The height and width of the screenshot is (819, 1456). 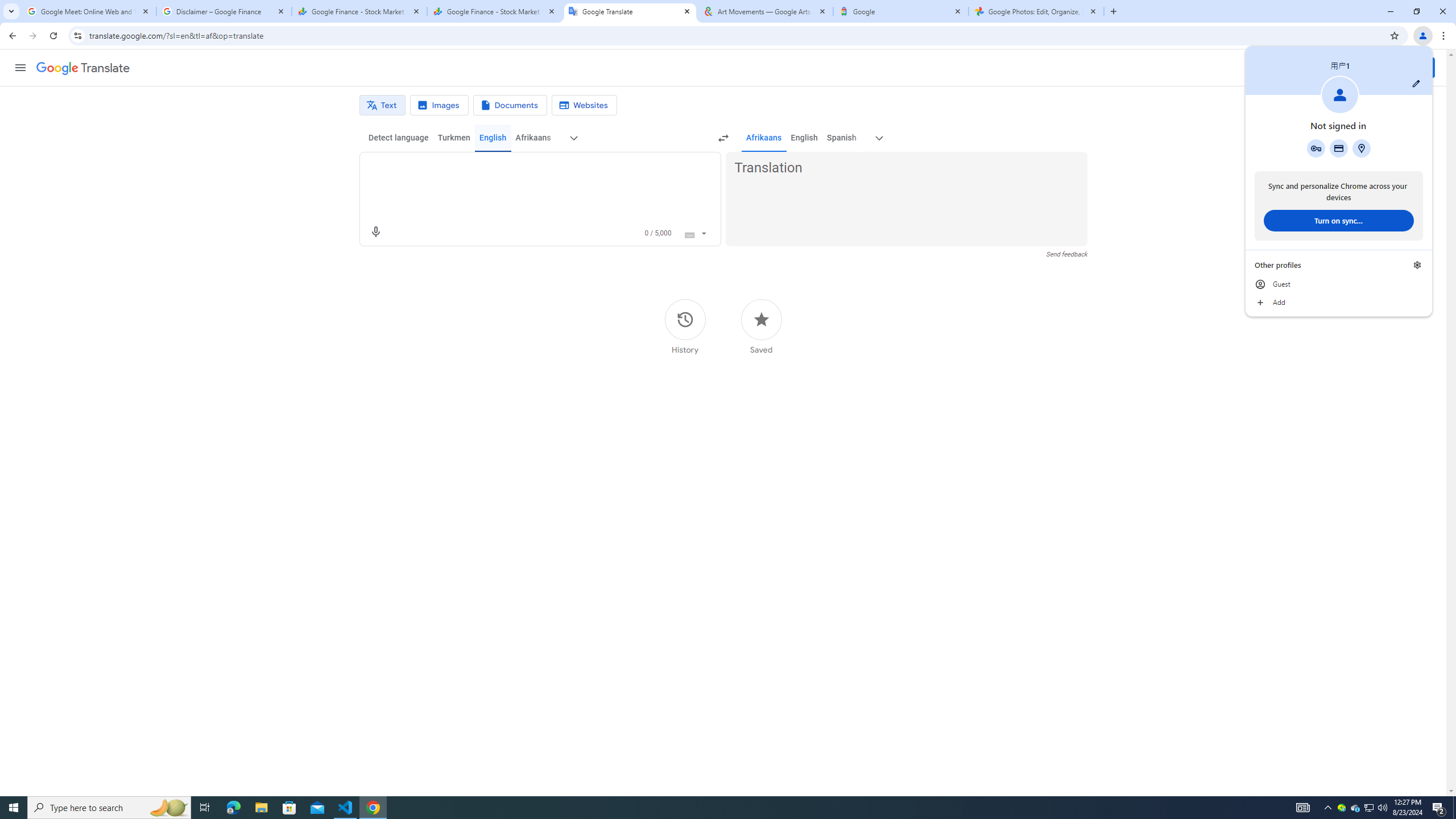 I want to click on 'Payment methods', so click(x=1338, y=148).